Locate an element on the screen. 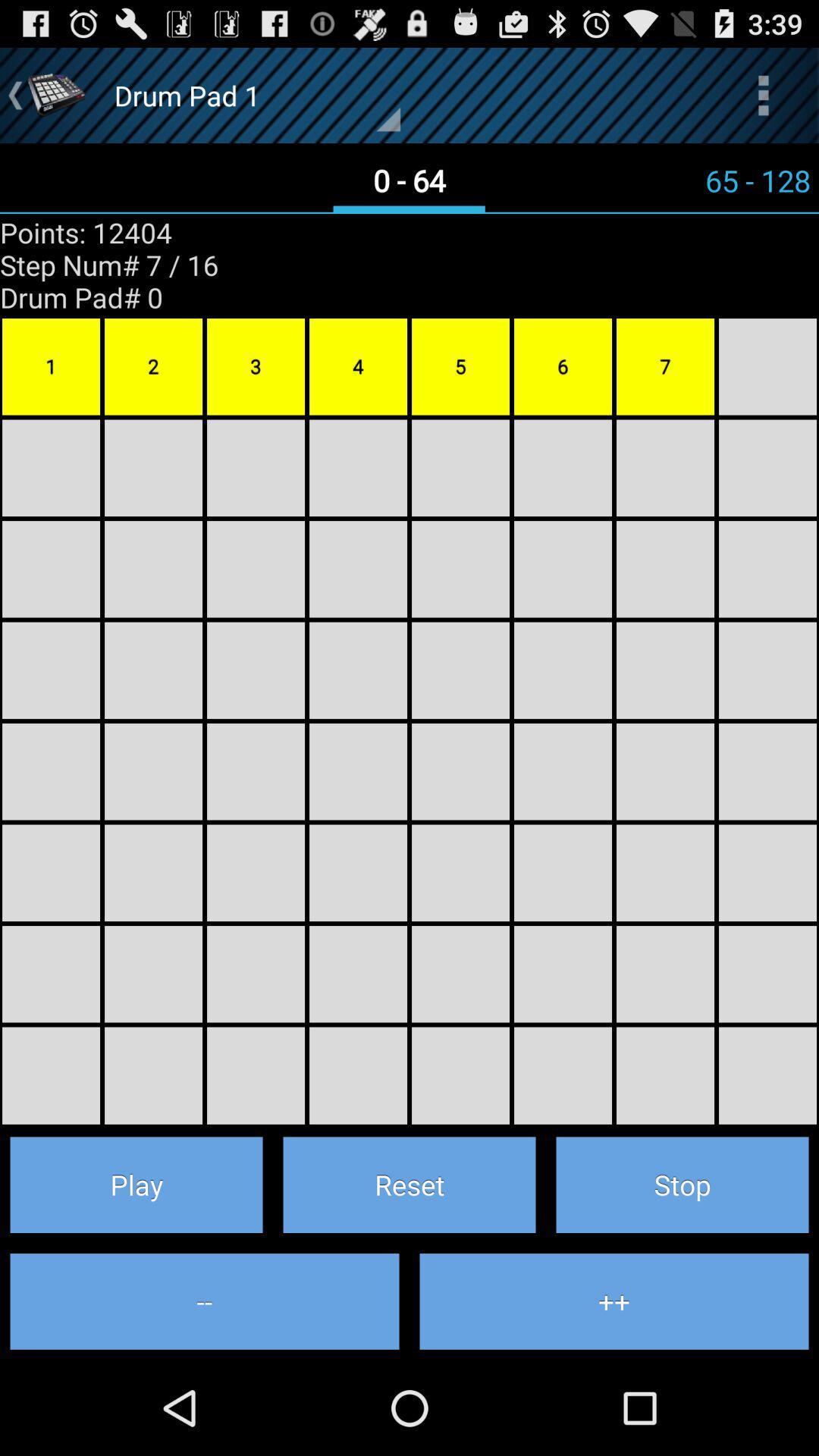 The height and width of the screenshot is (1456, 819). the block right to the 7 number block on the right hand side is located at coordinates (767, 367).